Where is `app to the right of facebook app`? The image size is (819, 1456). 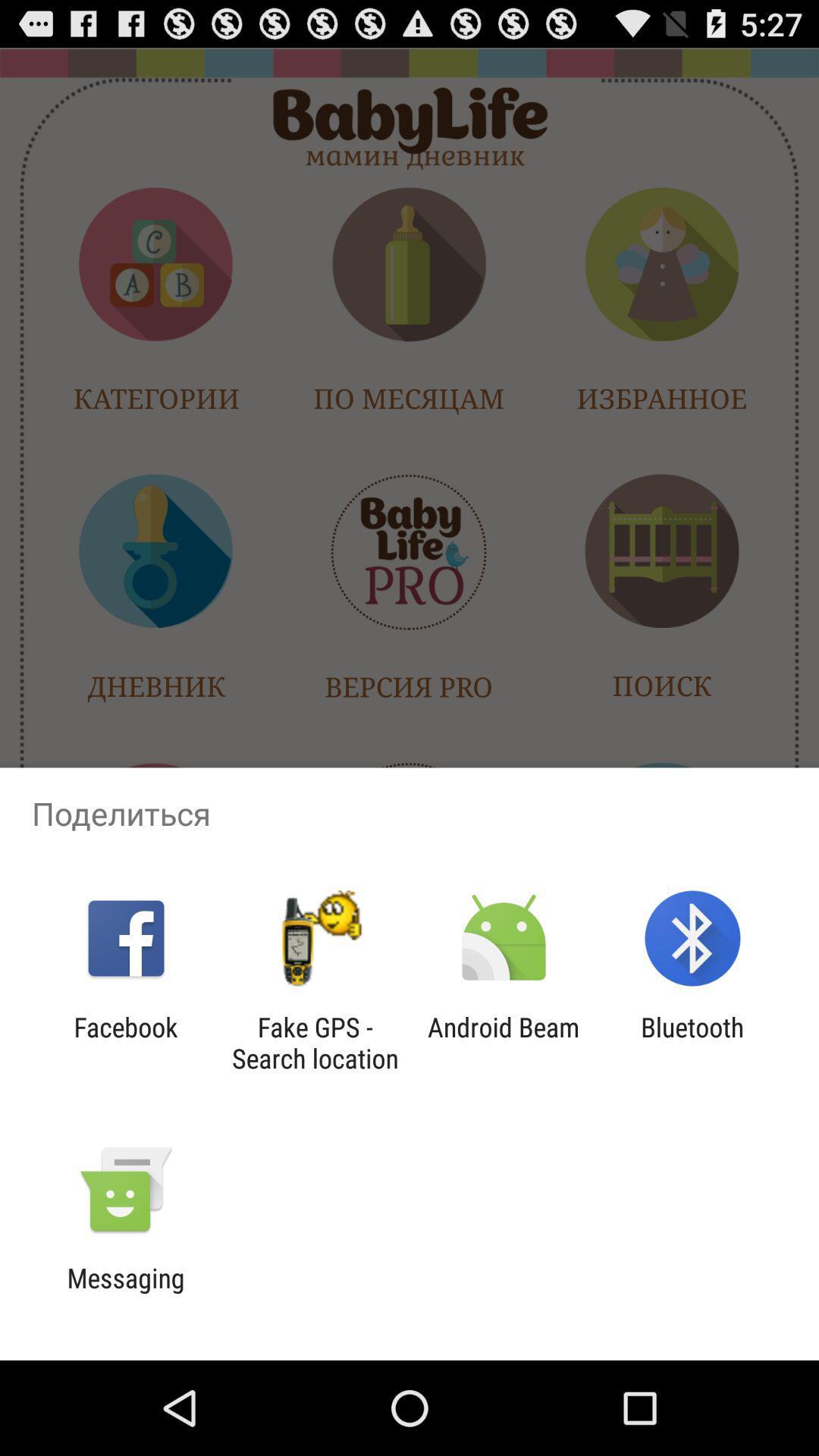
app to the right of facebook app is located at coordinates (314, 1042).